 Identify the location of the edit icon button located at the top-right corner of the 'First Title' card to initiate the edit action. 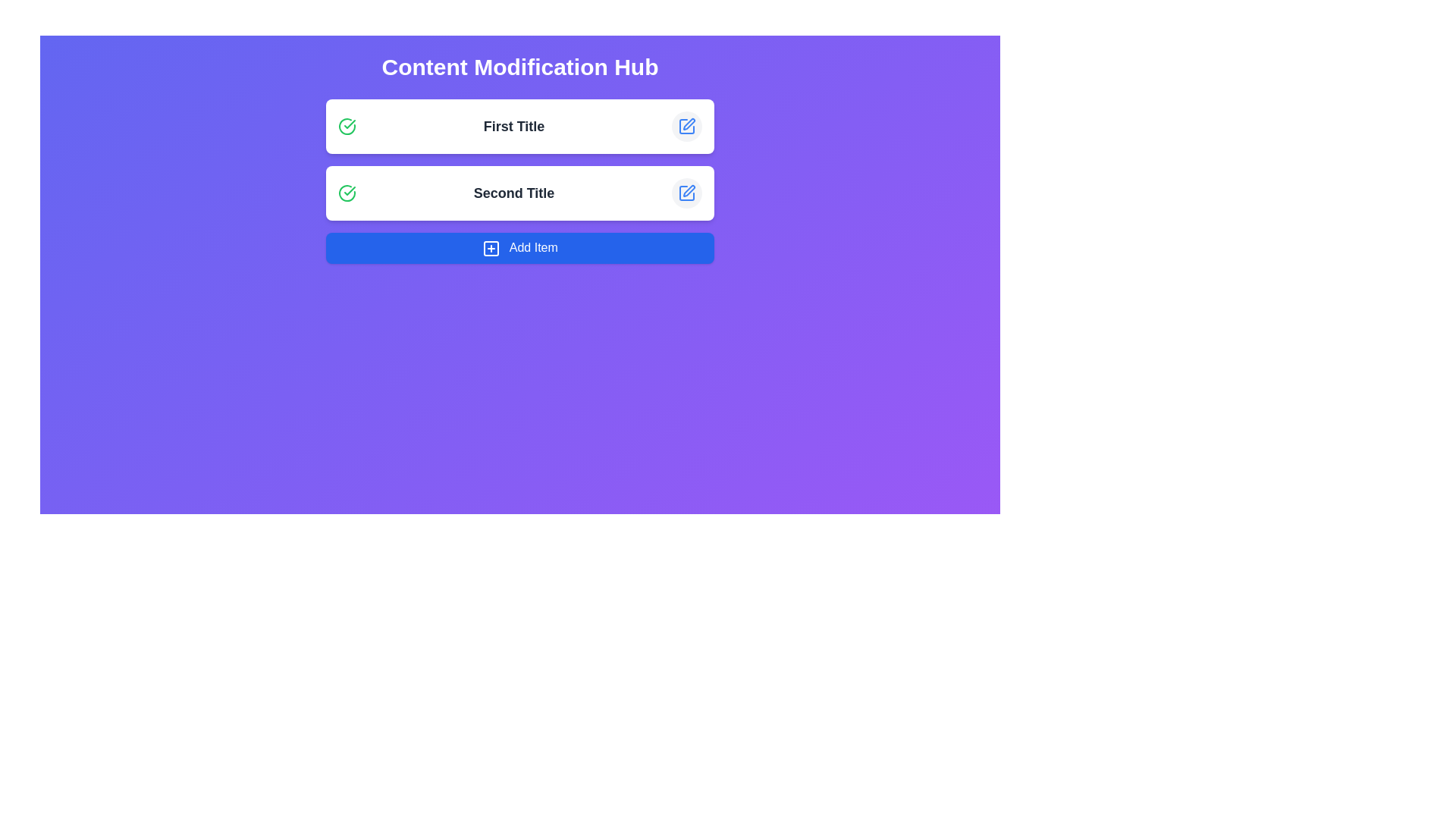
(686, 125).